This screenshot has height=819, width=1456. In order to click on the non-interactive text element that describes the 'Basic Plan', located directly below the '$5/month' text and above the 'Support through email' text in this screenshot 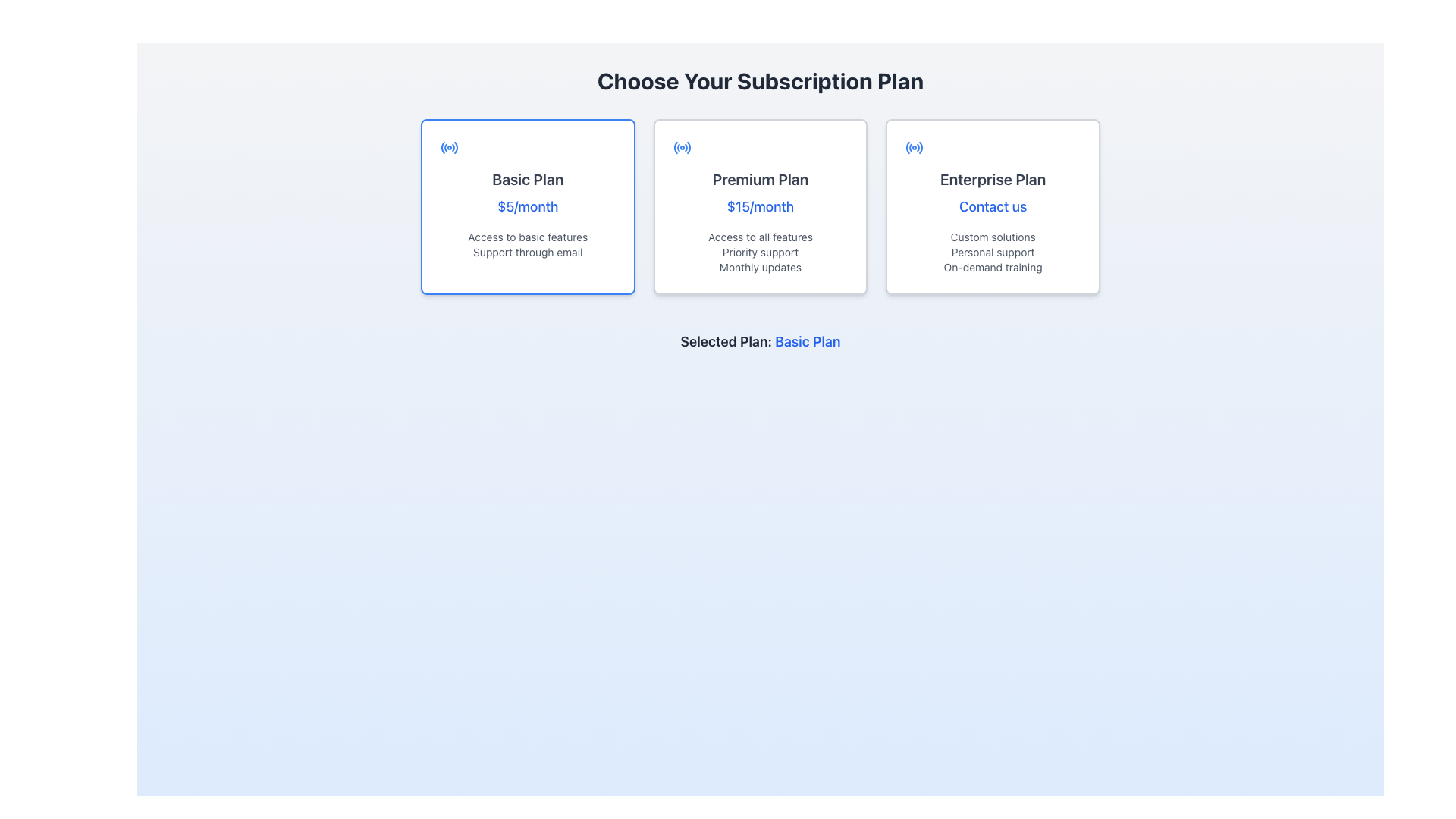, I will do `click(528, 237)`.